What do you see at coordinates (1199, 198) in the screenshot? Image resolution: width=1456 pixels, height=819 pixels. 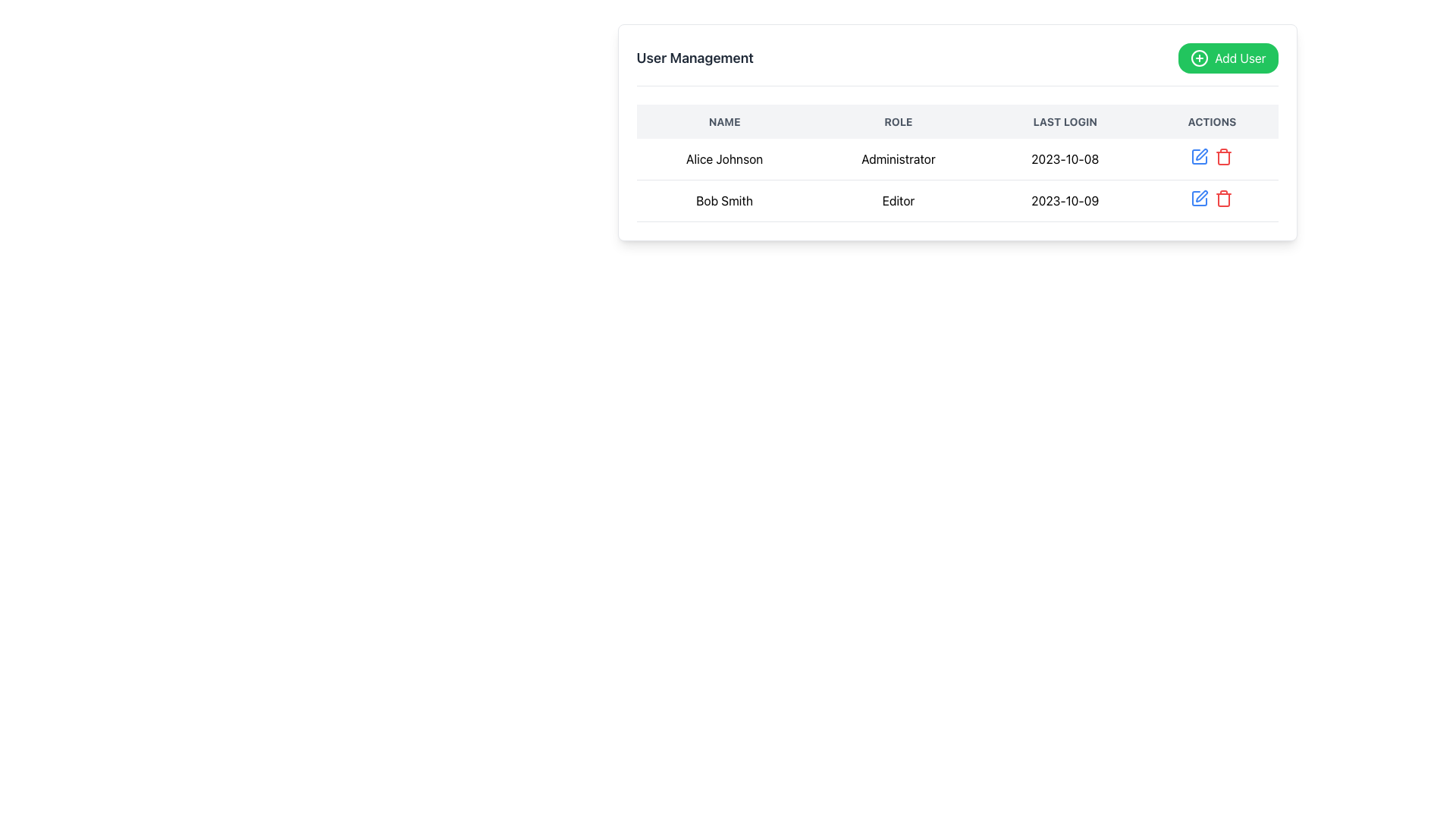 I see `the edit icon represented by a square with one side open in the 'Bob Smith' row under the 'Actions' column to initiate the editing process` at bounding box center [1199, 198].